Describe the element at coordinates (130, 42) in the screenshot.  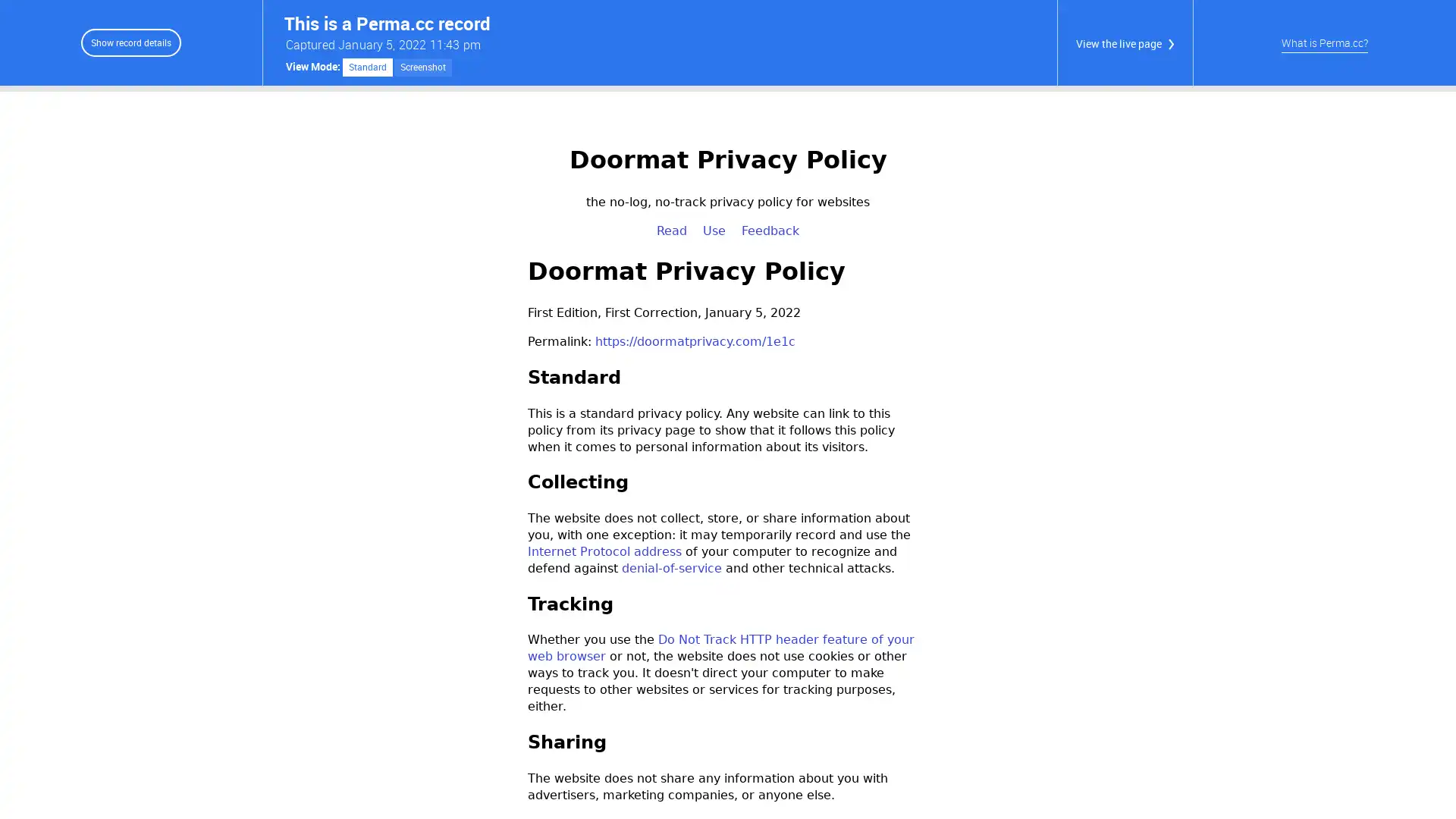
I see `Show record details` at that location.